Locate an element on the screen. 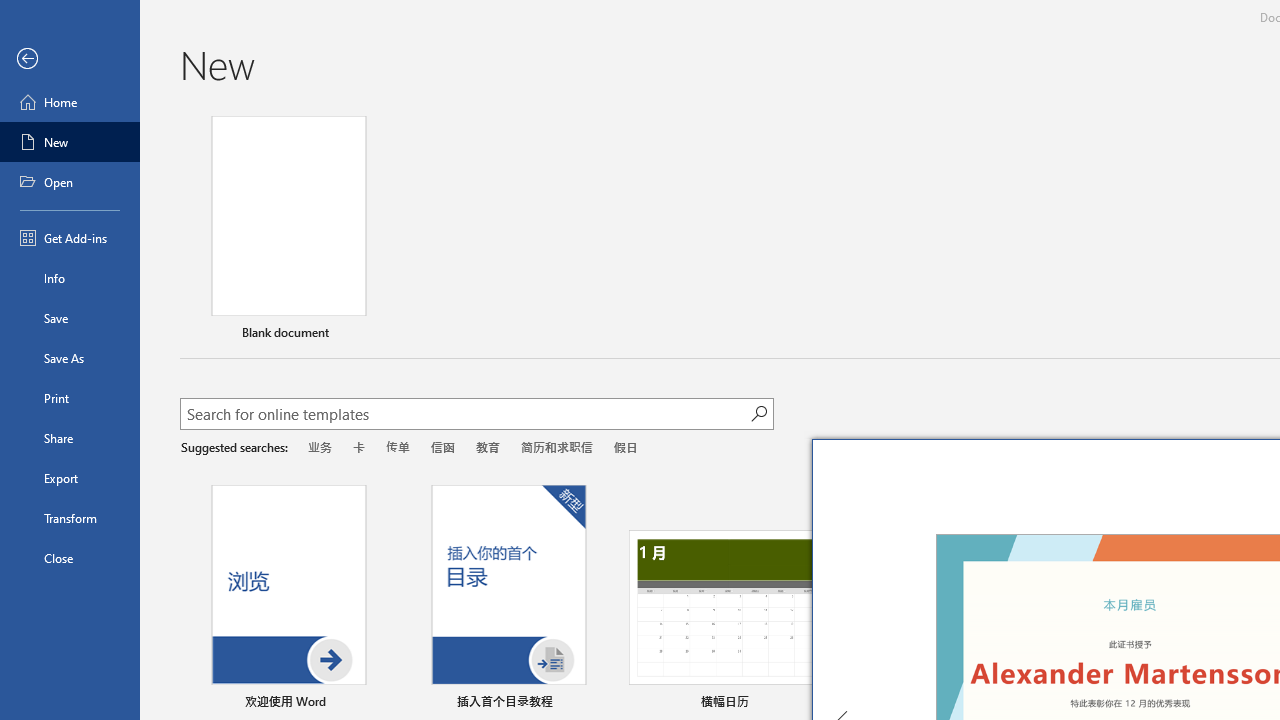  'Start searching' is located at coordinates (758, 412).